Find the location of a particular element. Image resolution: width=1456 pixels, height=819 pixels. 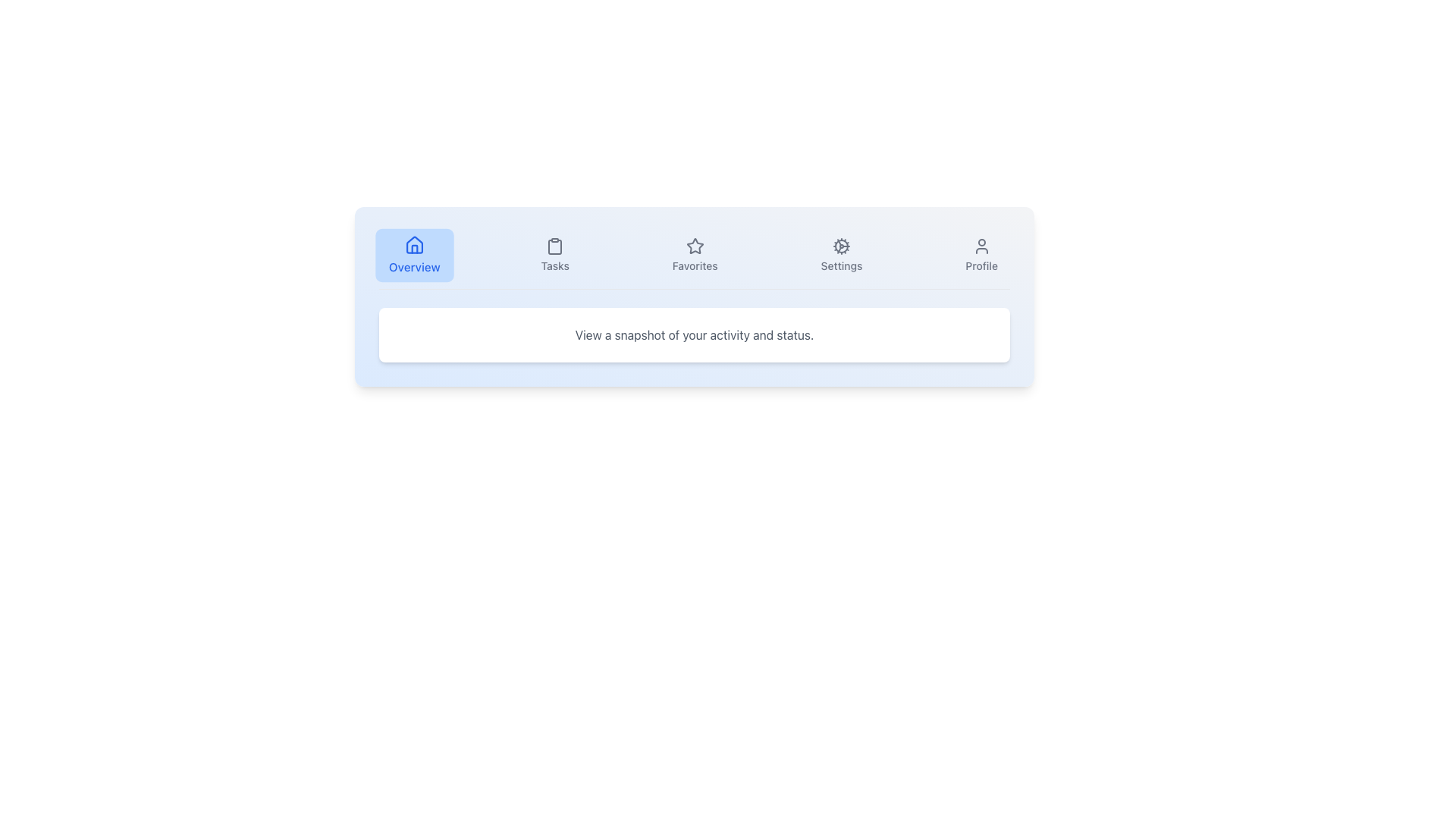

the 'Favorites' button with a star icon located in the horizontal navigation bar is located at coordinates (694, 254).